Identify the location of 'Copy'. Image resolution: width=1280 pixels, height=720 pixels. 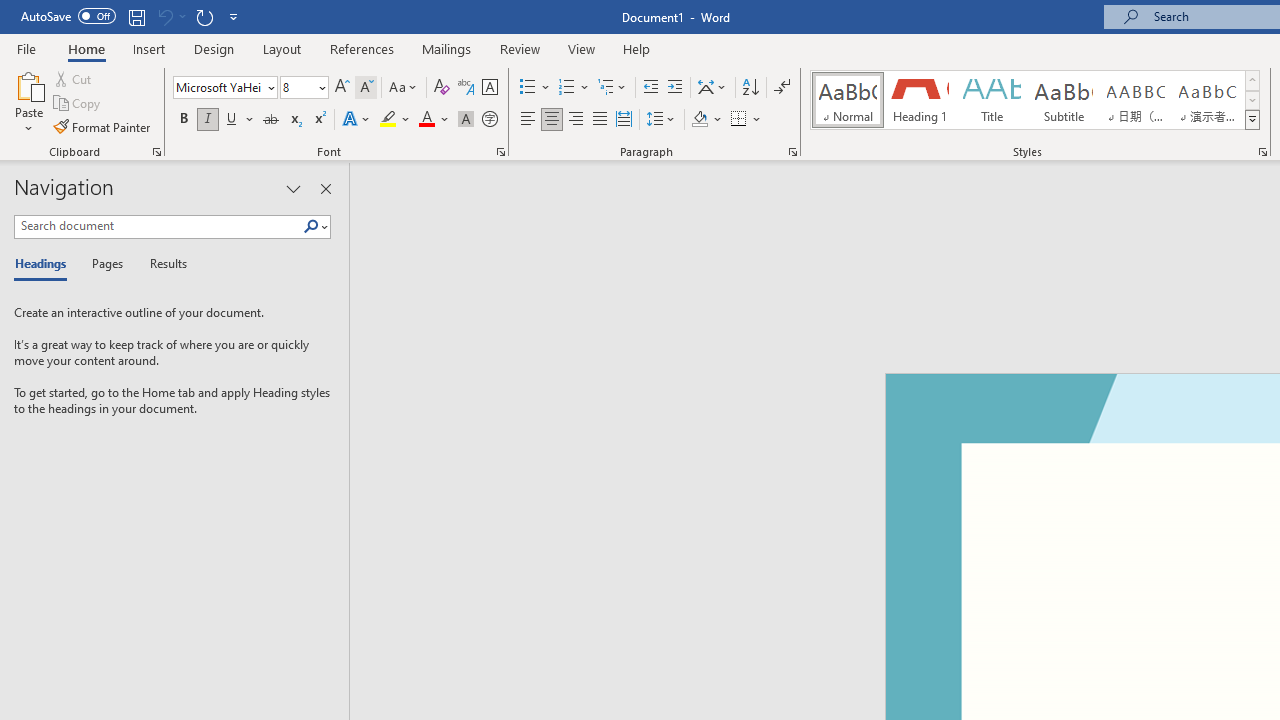
(78, 103).